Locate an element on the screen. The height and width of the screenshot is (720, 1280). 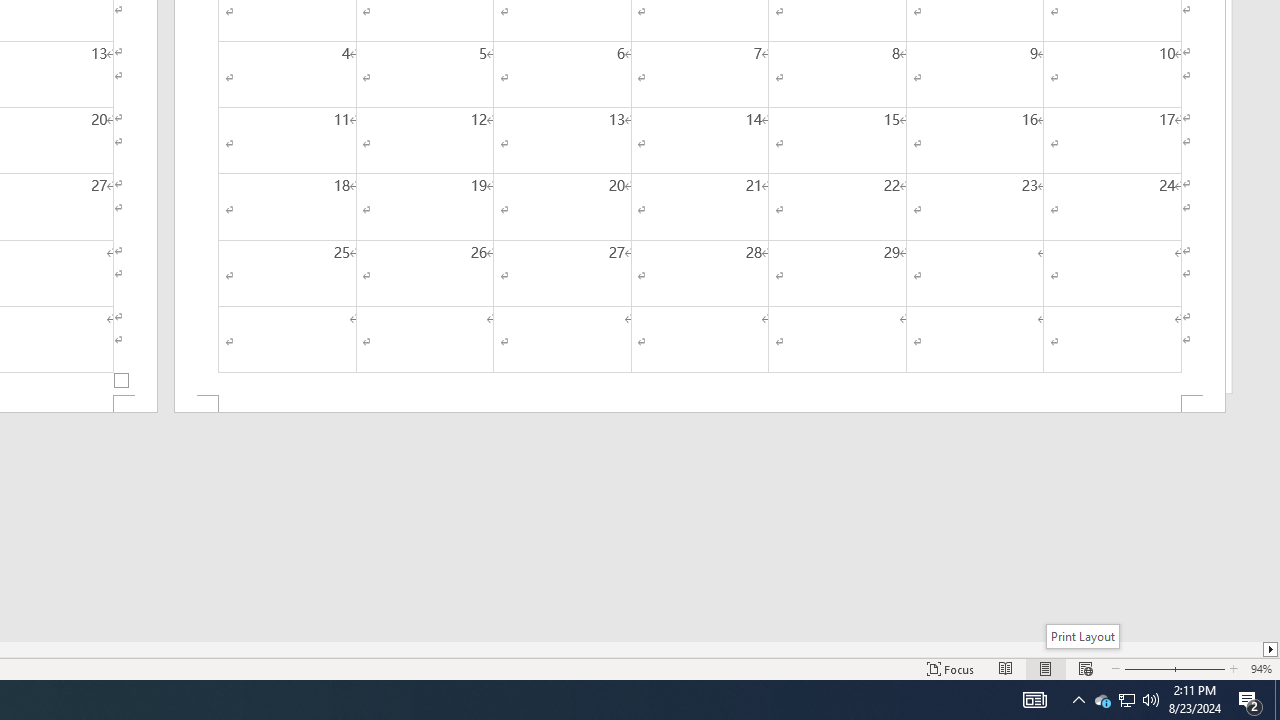
'Column right' is located at coordinates (1270, 649).